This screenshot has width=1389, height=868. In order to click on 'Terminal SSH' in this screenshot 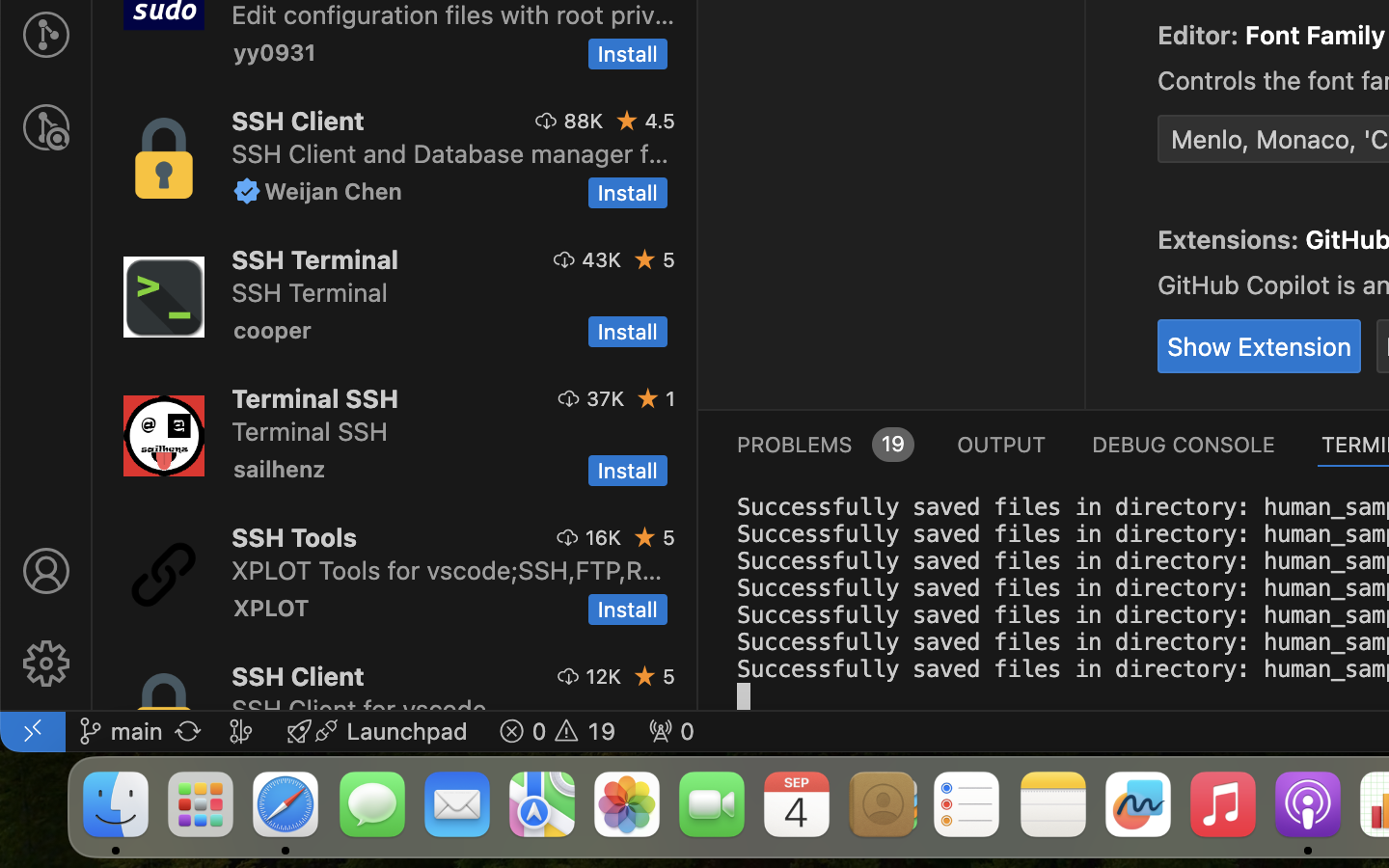, I will do `click(315, 398)`.